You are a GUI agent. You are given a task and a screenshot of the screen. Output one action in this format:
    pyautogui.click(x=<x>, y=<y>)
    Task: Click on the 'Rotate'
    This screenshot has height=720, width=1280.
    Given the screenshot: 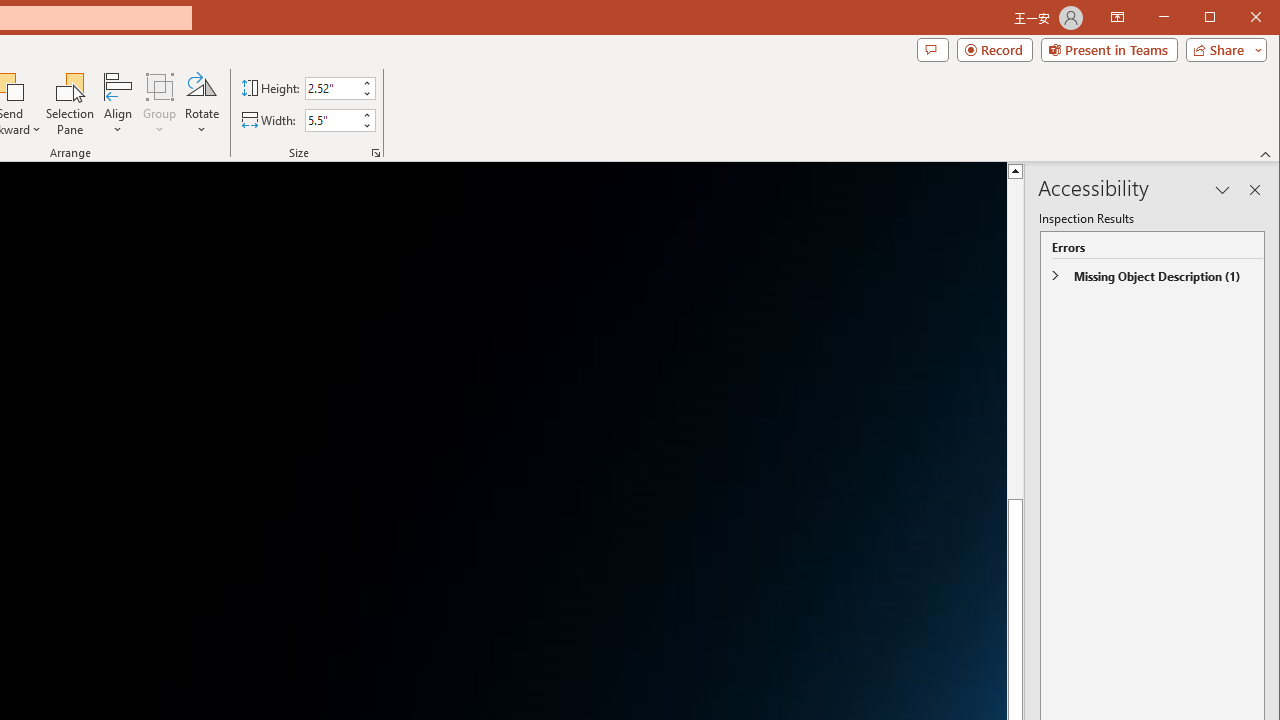 What is the action you would take?
    pyautogui.click(x=201, y=104)
    